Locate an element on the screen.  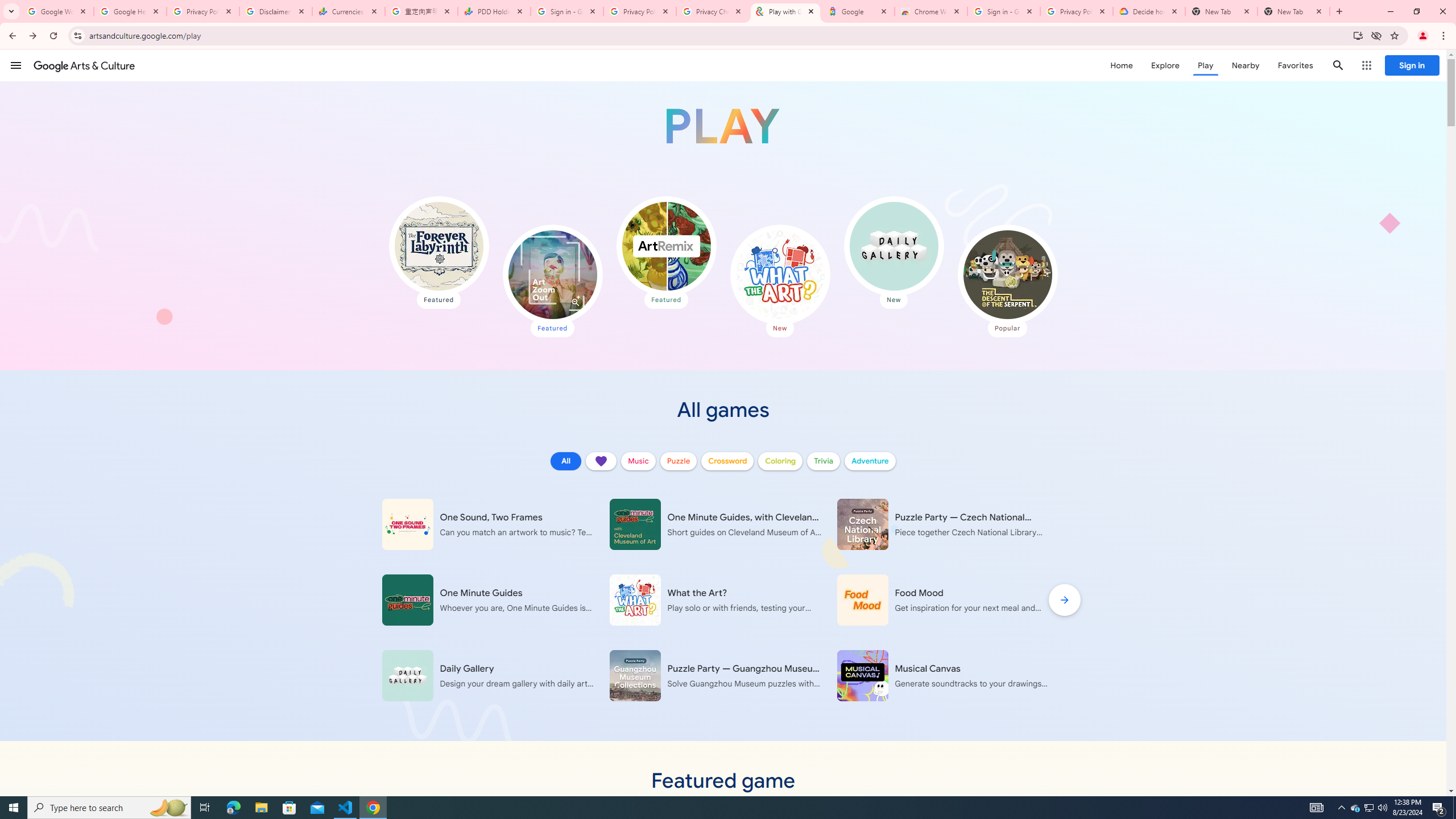
'Menu' is located at coordinates (16, 65).